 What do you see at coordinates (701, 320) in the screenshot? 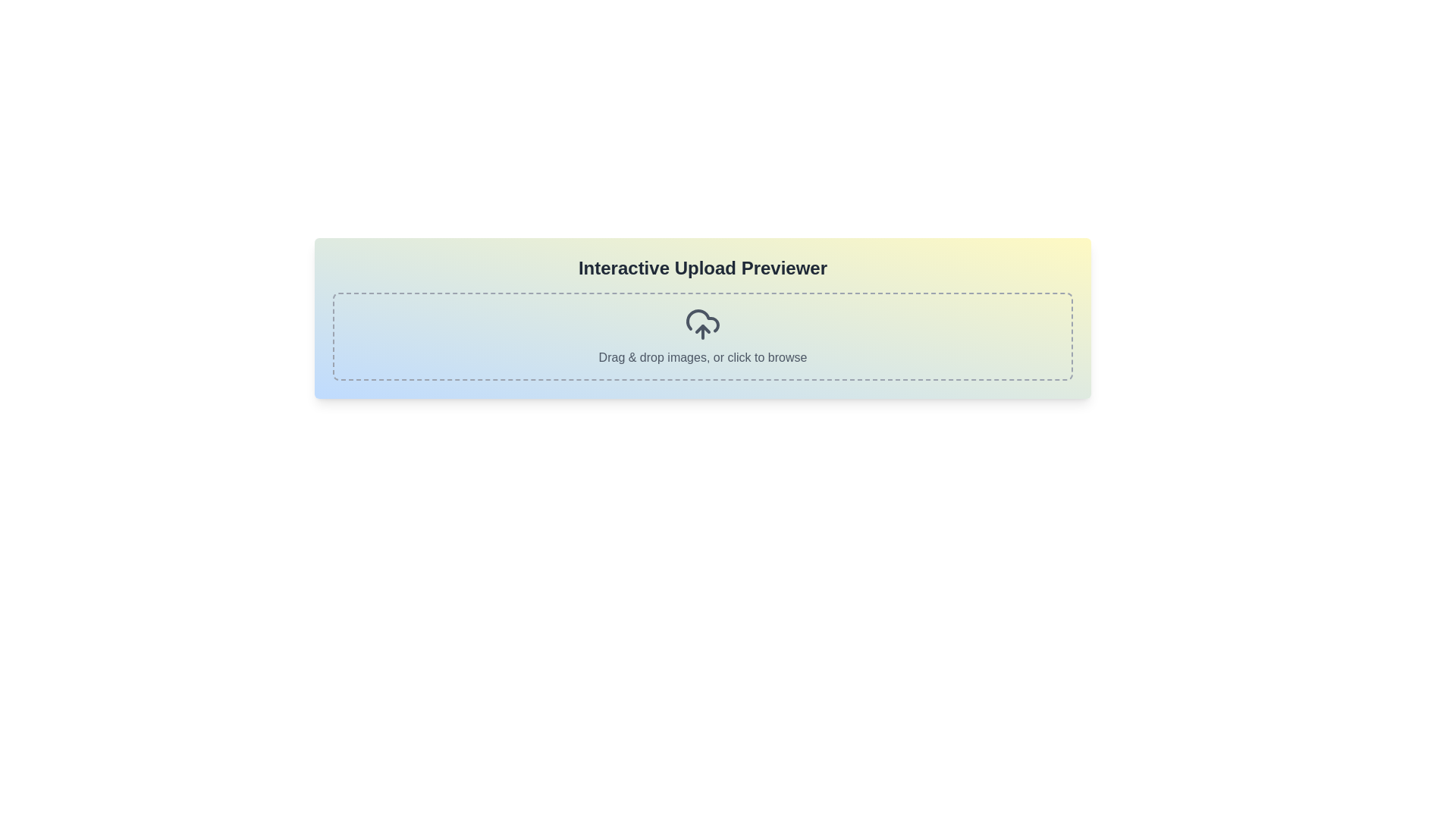
I see `the curved line forming the upper part of the cloud icon, which is styled with a gray stroke and is positioned in the top-central section of the cloud upload functionality icon` at bounding box center [701, 320].